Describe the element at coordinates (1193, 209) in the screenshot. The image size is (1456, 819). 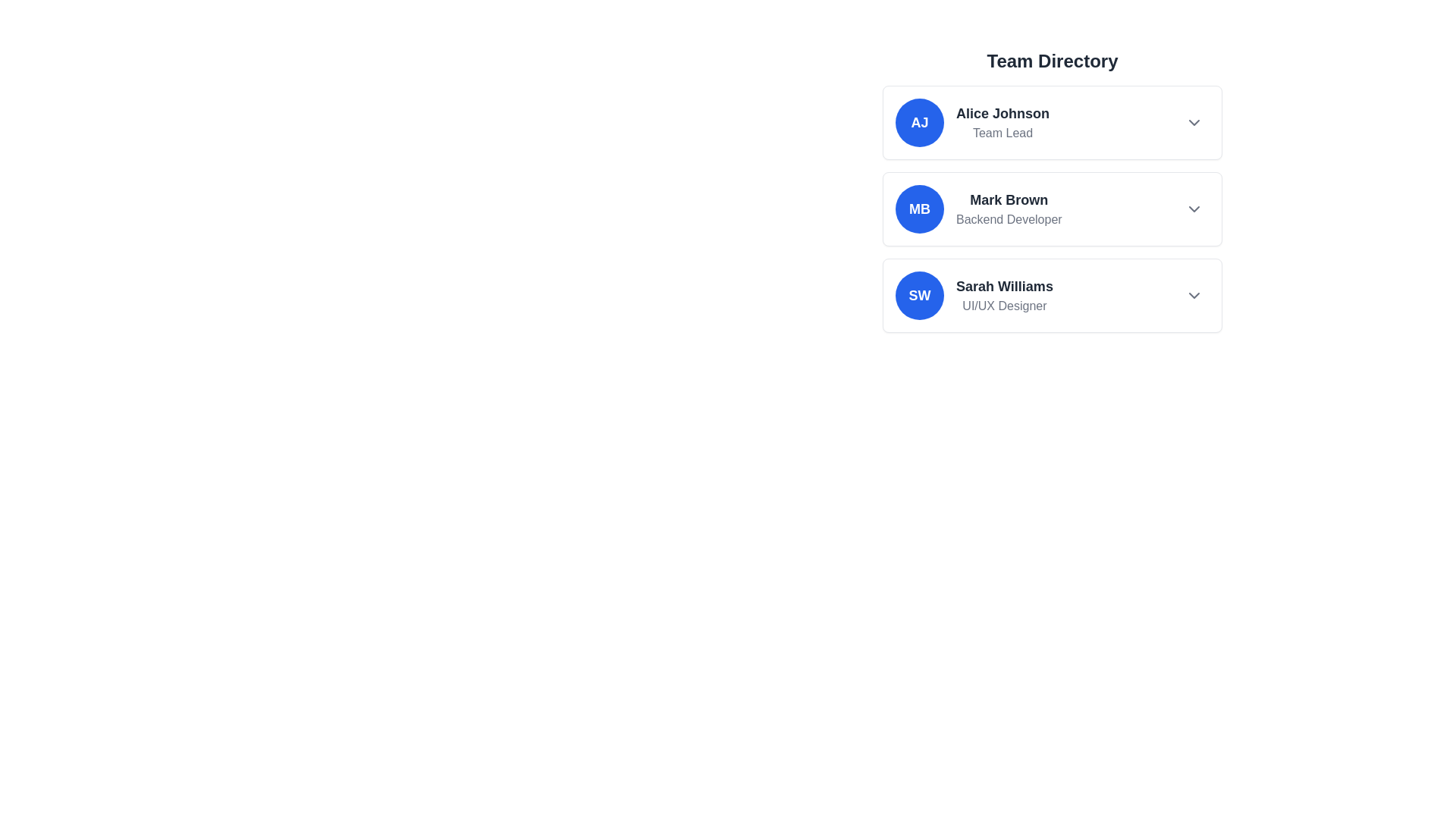
I see `the Dropdown indicator or toggle button for 'Mark Brown - Backend Developer'` at that location.